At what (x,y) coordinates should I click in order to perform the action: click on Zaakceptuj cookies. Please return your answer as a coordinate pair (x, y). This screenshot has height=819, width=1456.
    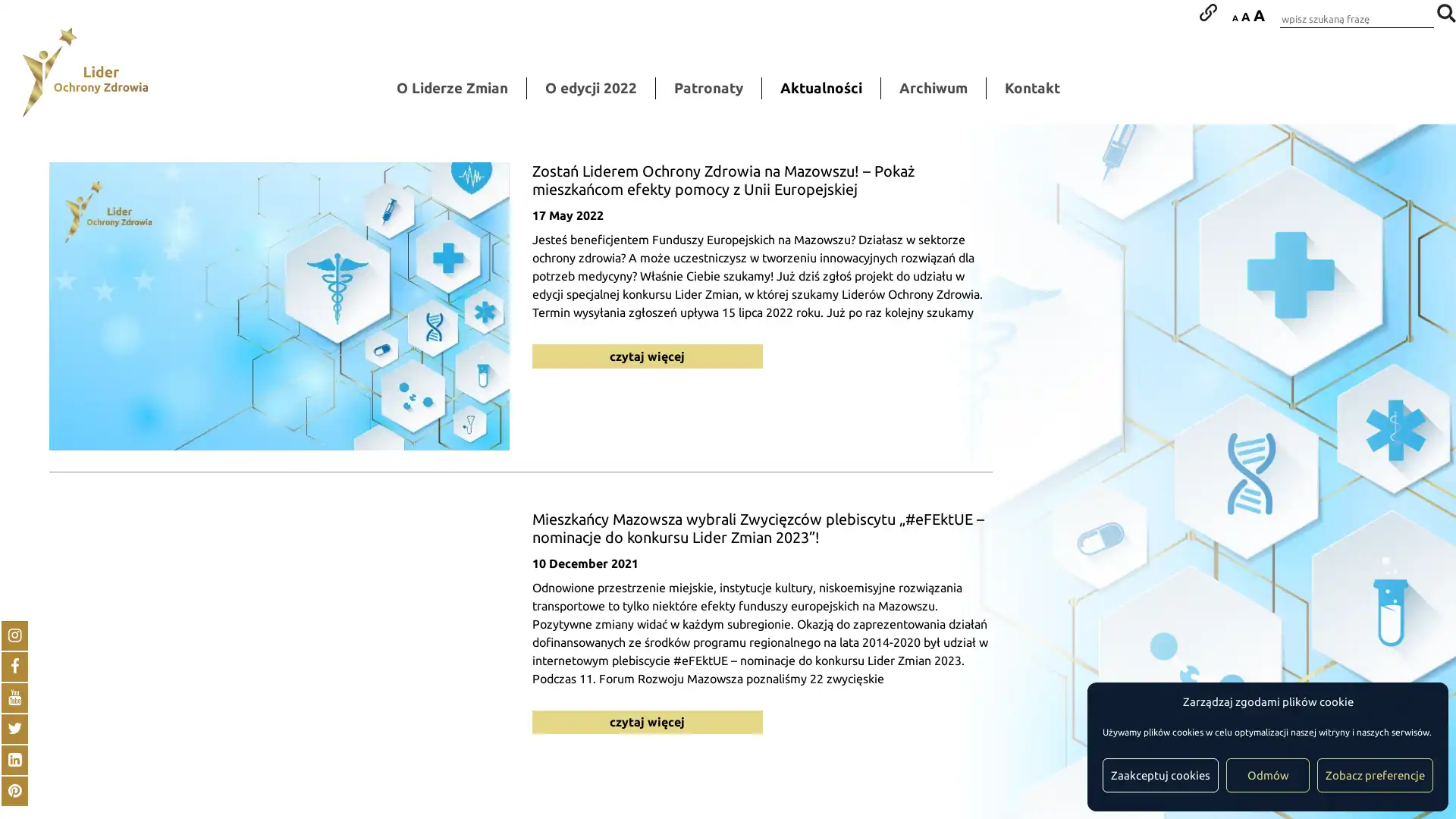
    Looking at the image, I should click on (1159, 775).